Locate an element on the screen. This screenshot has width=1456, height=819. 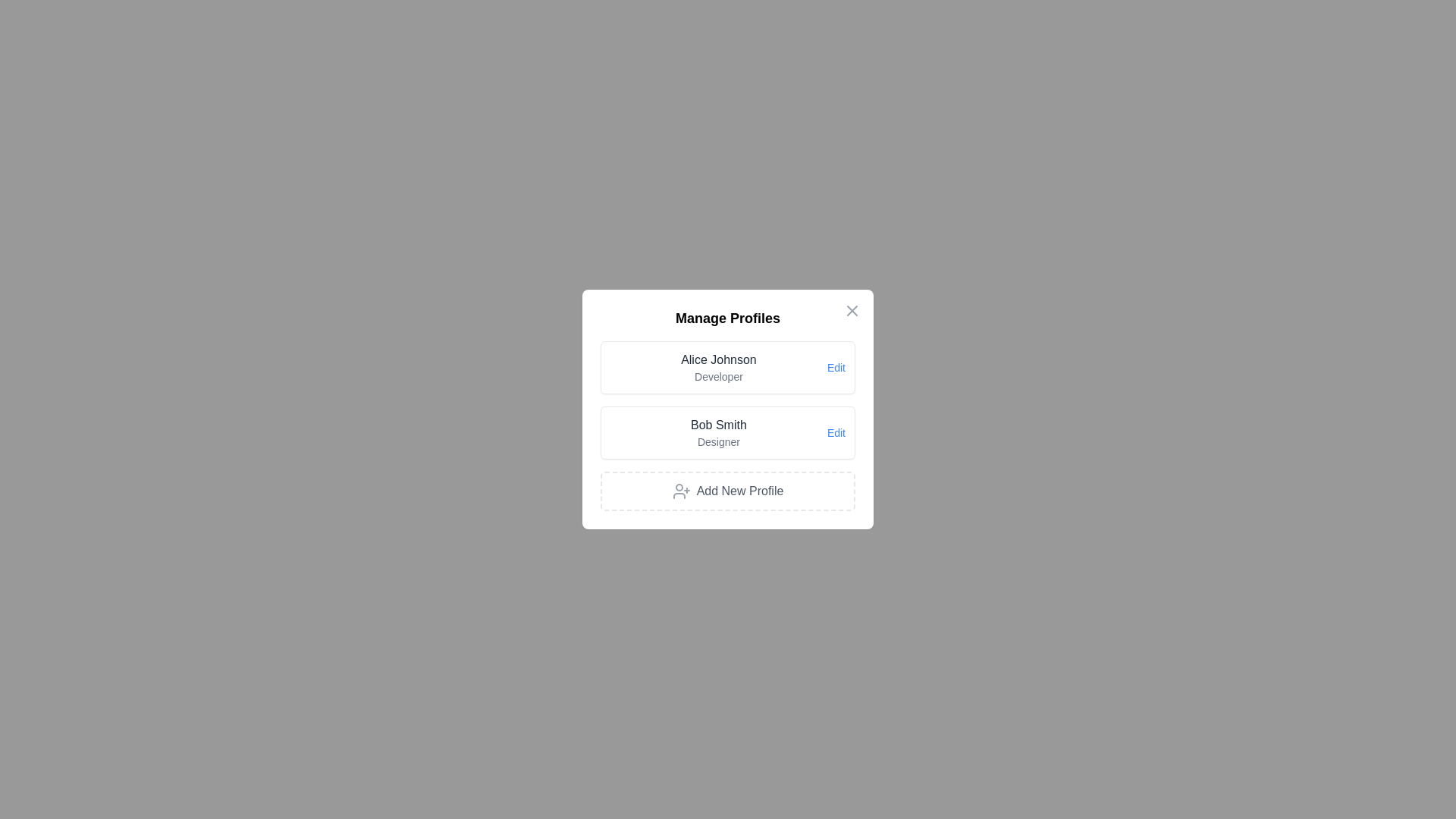
'Add New Profile' button to initiate adding a new profile is located at coordinates (728, 491).